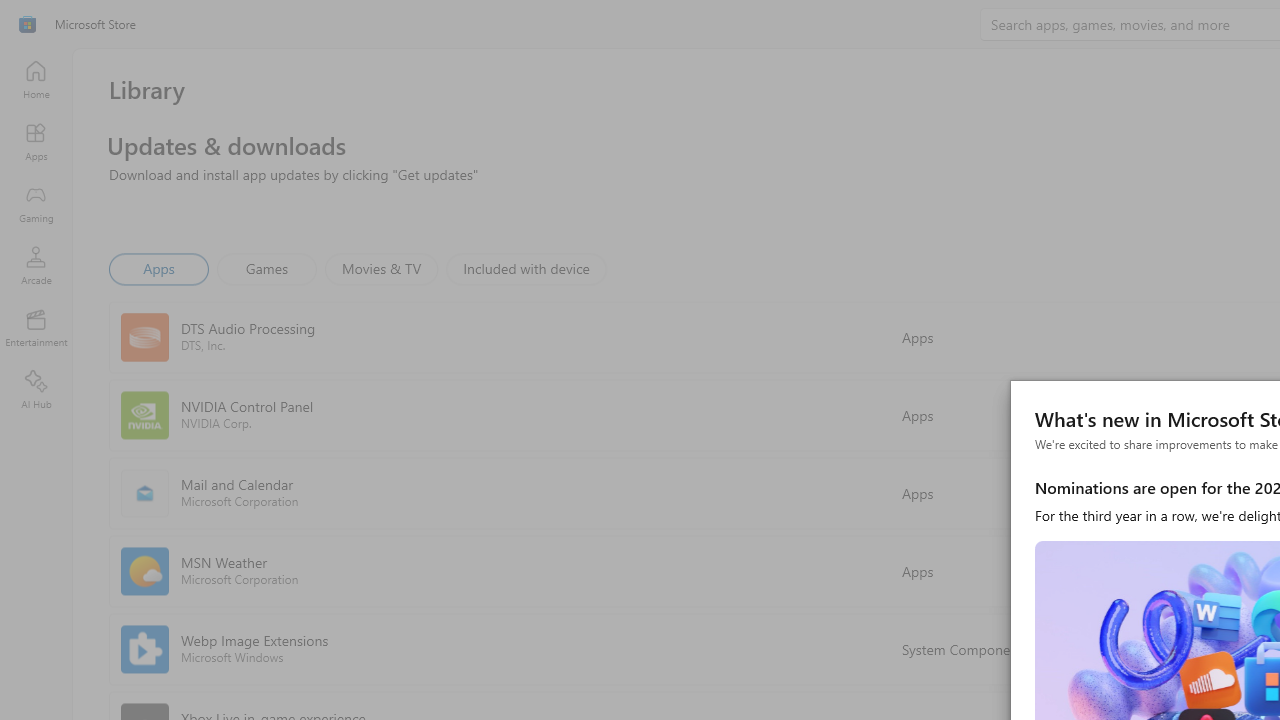  What do you see at coordinates (35, 78) in the screenshot?
I see `'Home'` at bounding box center [35, 78].